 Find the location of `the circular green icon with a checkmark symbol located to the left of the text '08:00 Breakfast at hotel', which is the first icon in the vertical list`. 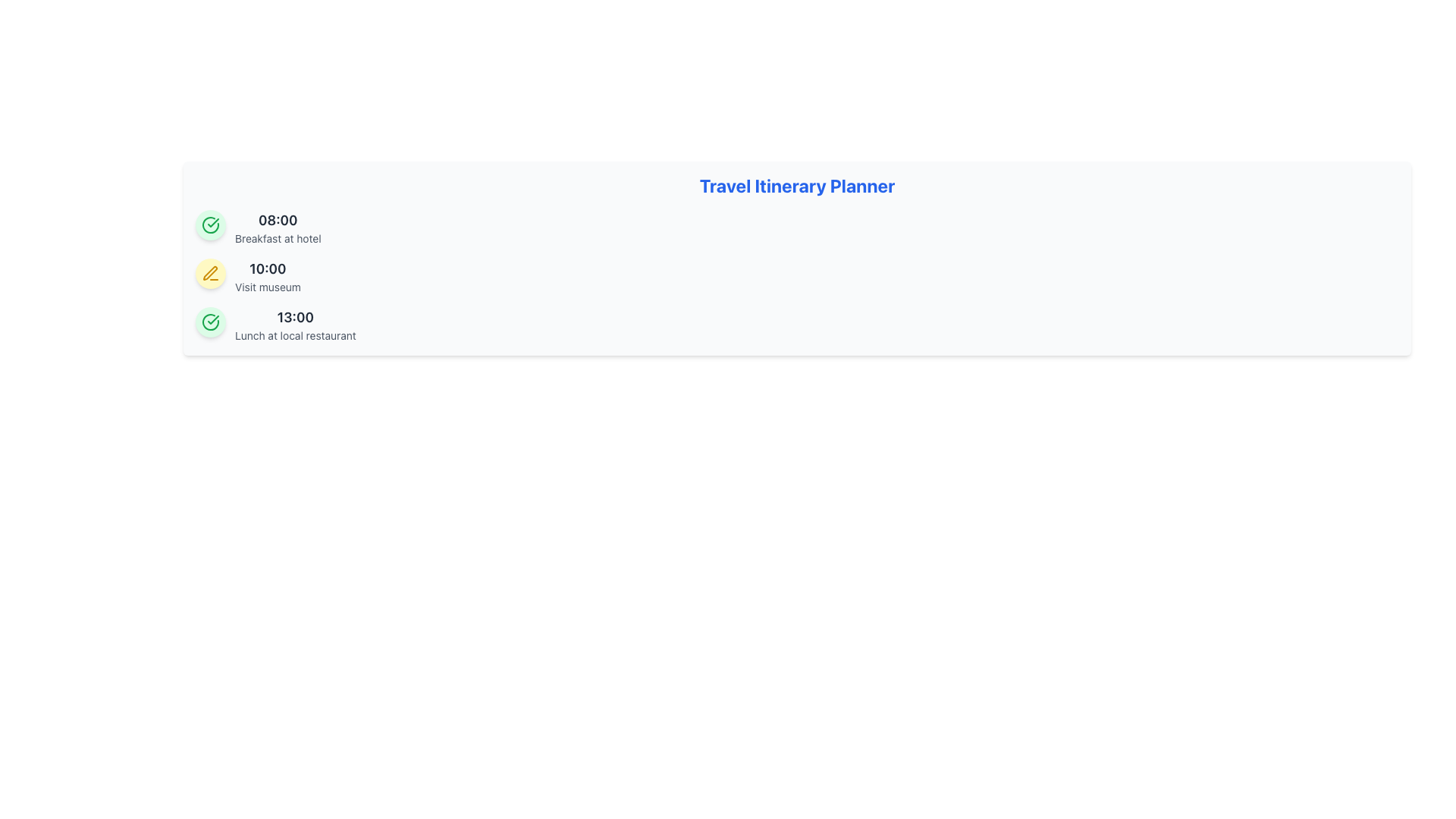

the circular green icon with a checkmark symbol located to the left of the text '08:00 Breakfast at hotel', which is the first icon in the vertical list is located at coordinates (210, 225).